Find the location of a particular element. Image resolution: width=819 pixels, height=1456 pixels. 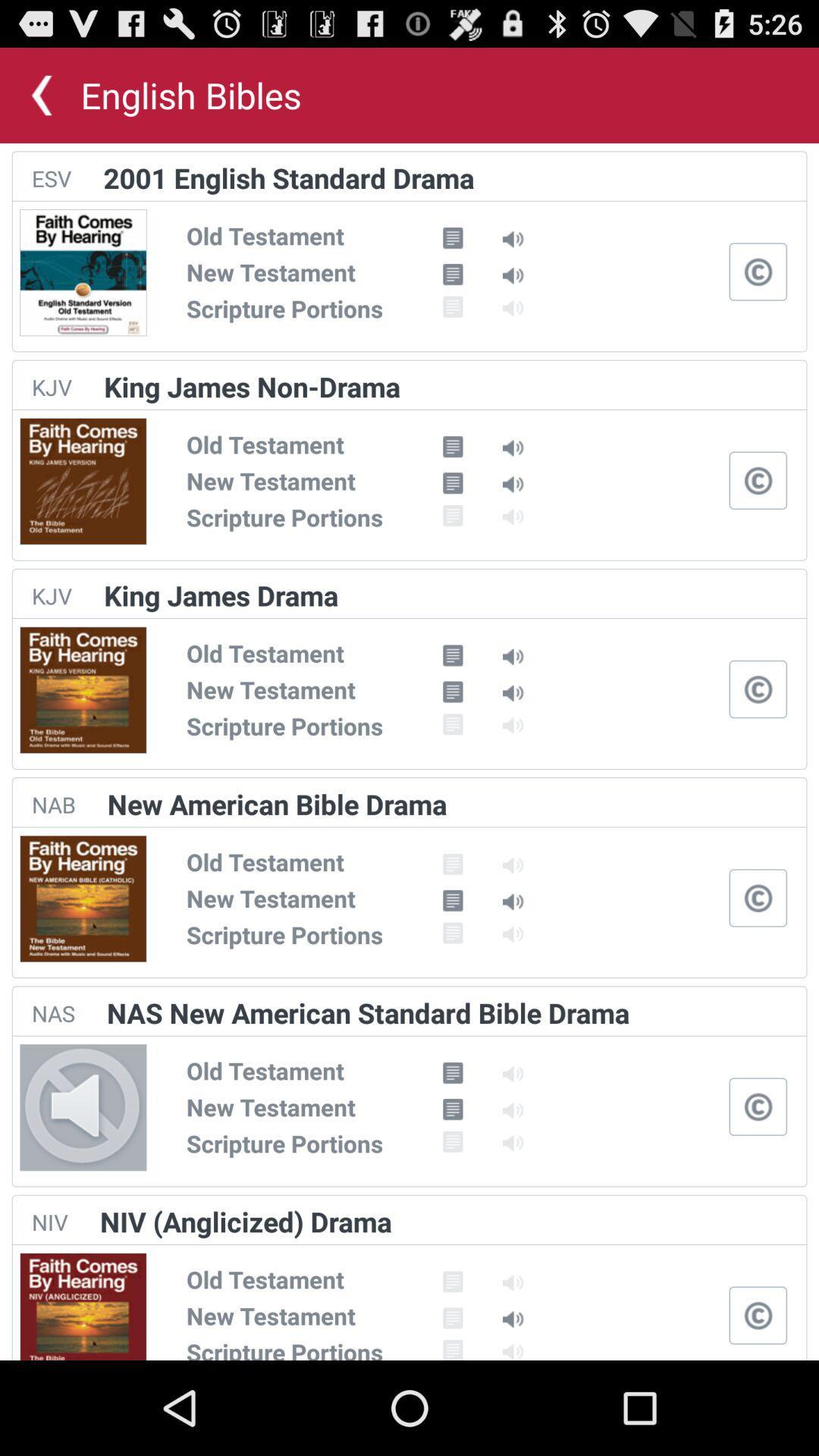

the nab item is located at coordinates (52, 803).